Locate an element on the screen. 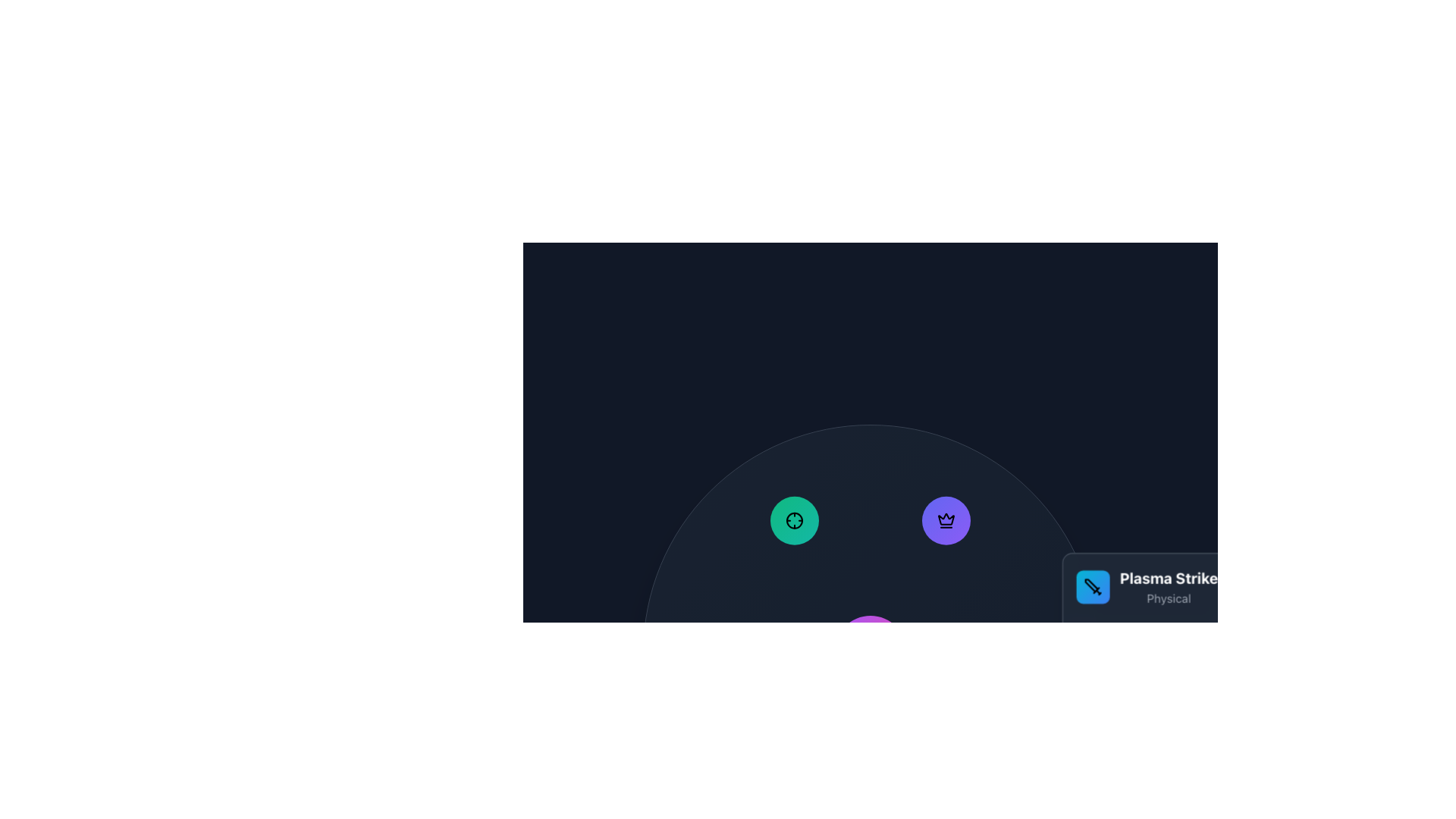 The width and height of the screenshot is (1456, 819). the selectable action icon located in the bottom-right corner of the interface, which symbolizes a physical attack or weapon-related feature is located at coordinates (1093, 586).